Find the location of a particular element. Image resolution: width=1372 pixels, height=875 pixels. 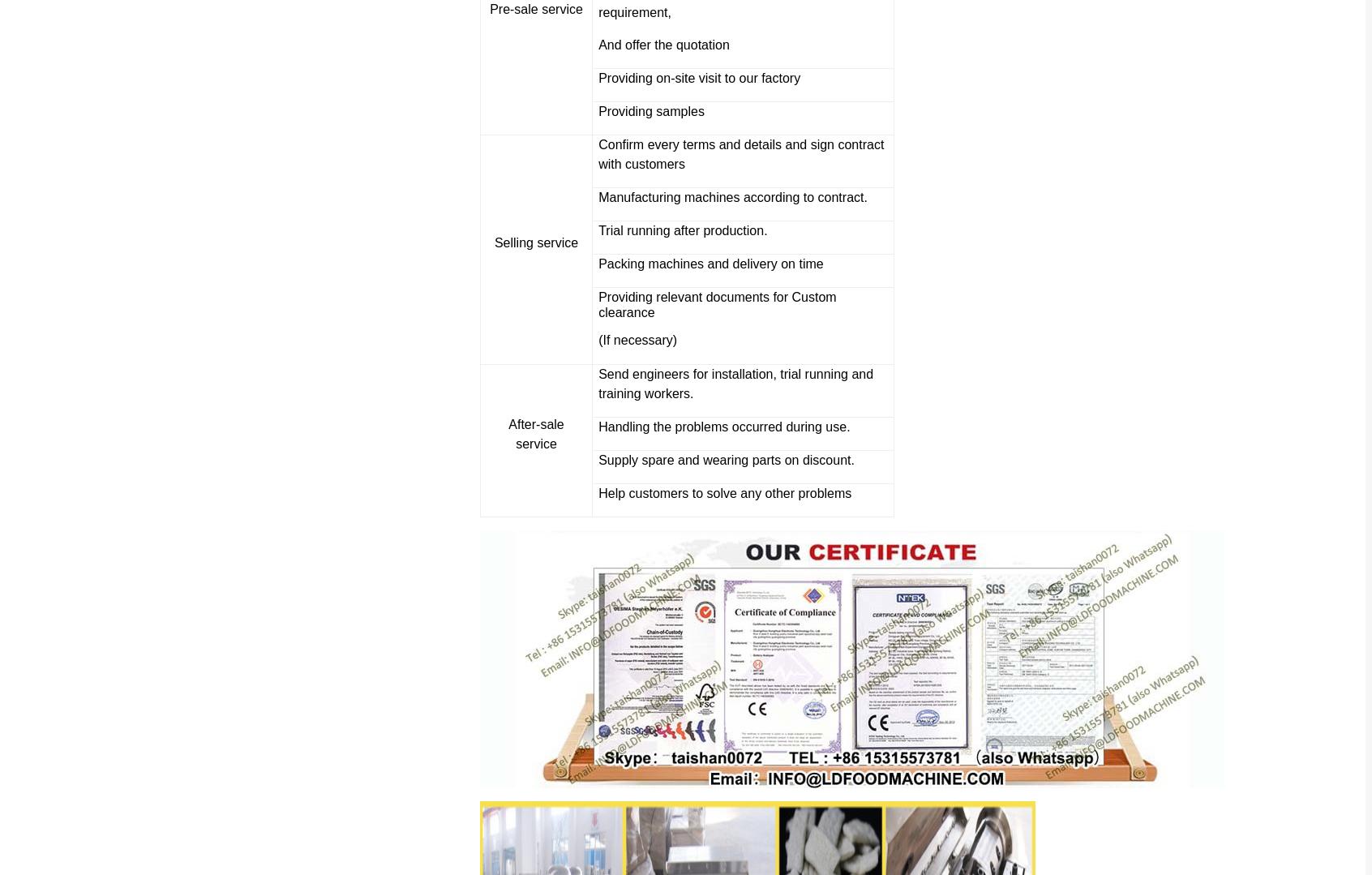

'After-sale service' is located at coordinates (536, 433).